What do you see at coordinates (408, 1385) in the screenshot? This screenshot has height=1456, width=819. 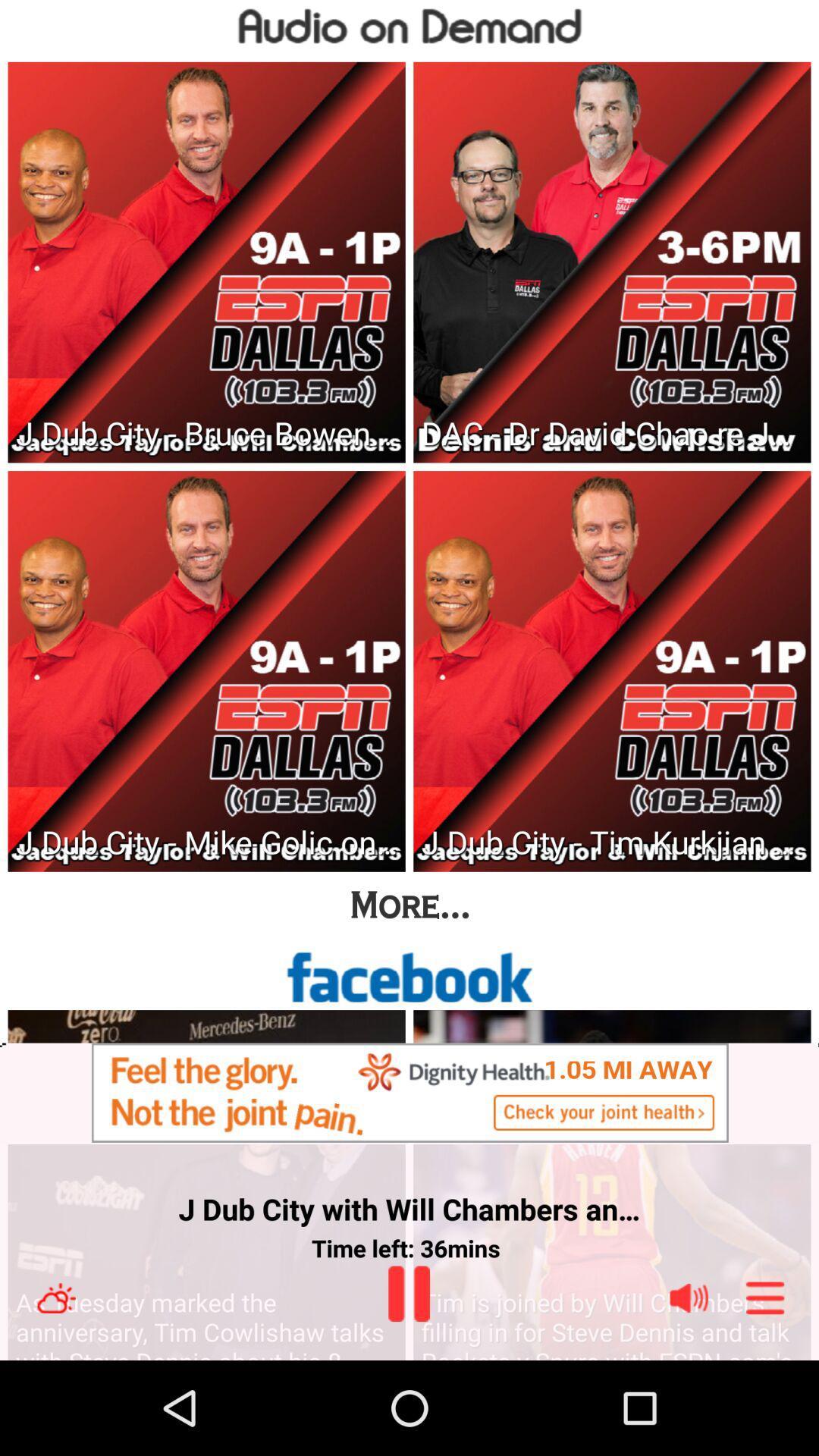 I see `the pause icon` at bounding box center [408, 1385].